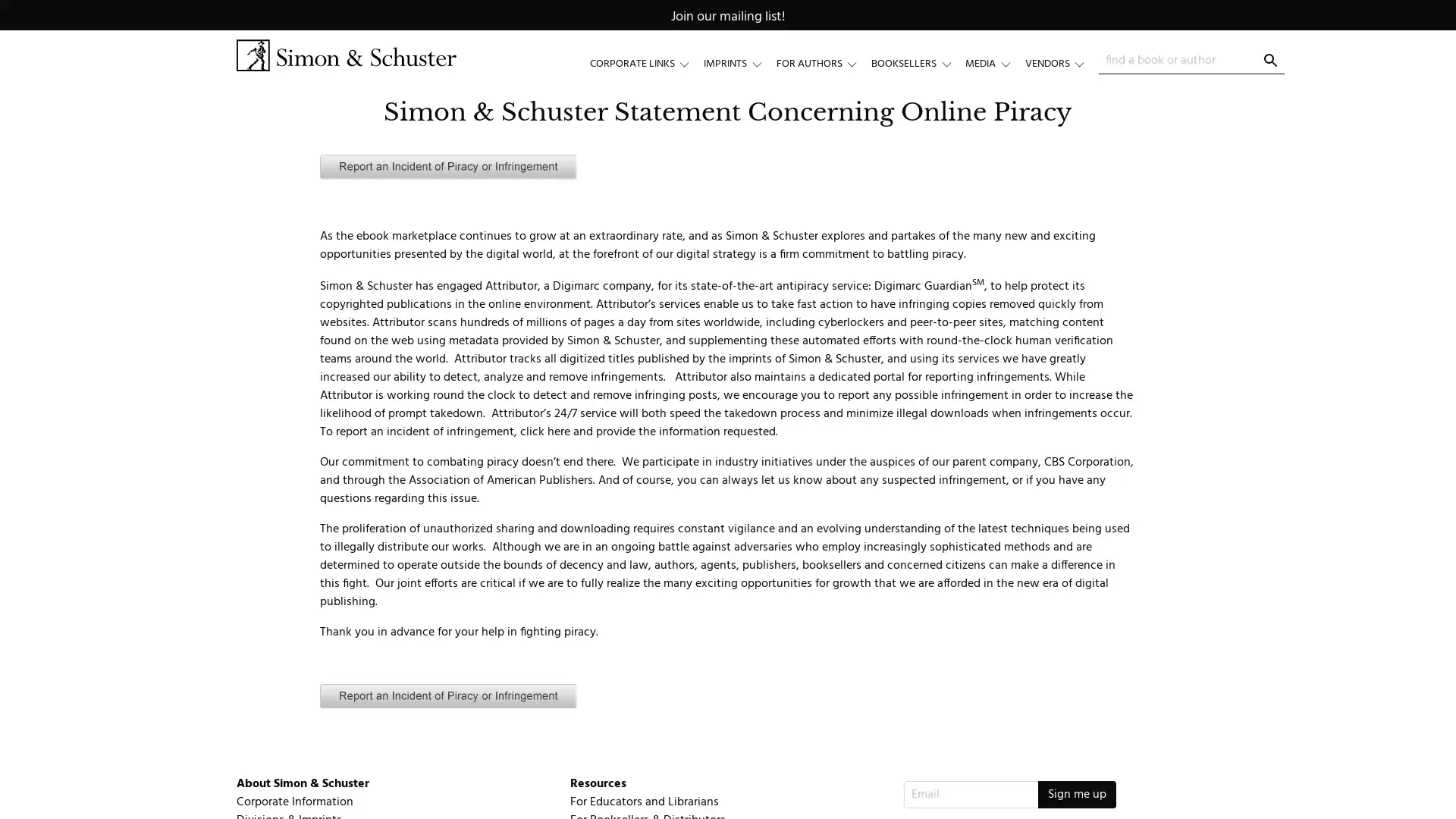 The height and width of the screenshot is (819, 1456). What do you see at coordinates (739, 63) in the screenshot?
I see `IMPRINTS` at bounding box center [739, 63].